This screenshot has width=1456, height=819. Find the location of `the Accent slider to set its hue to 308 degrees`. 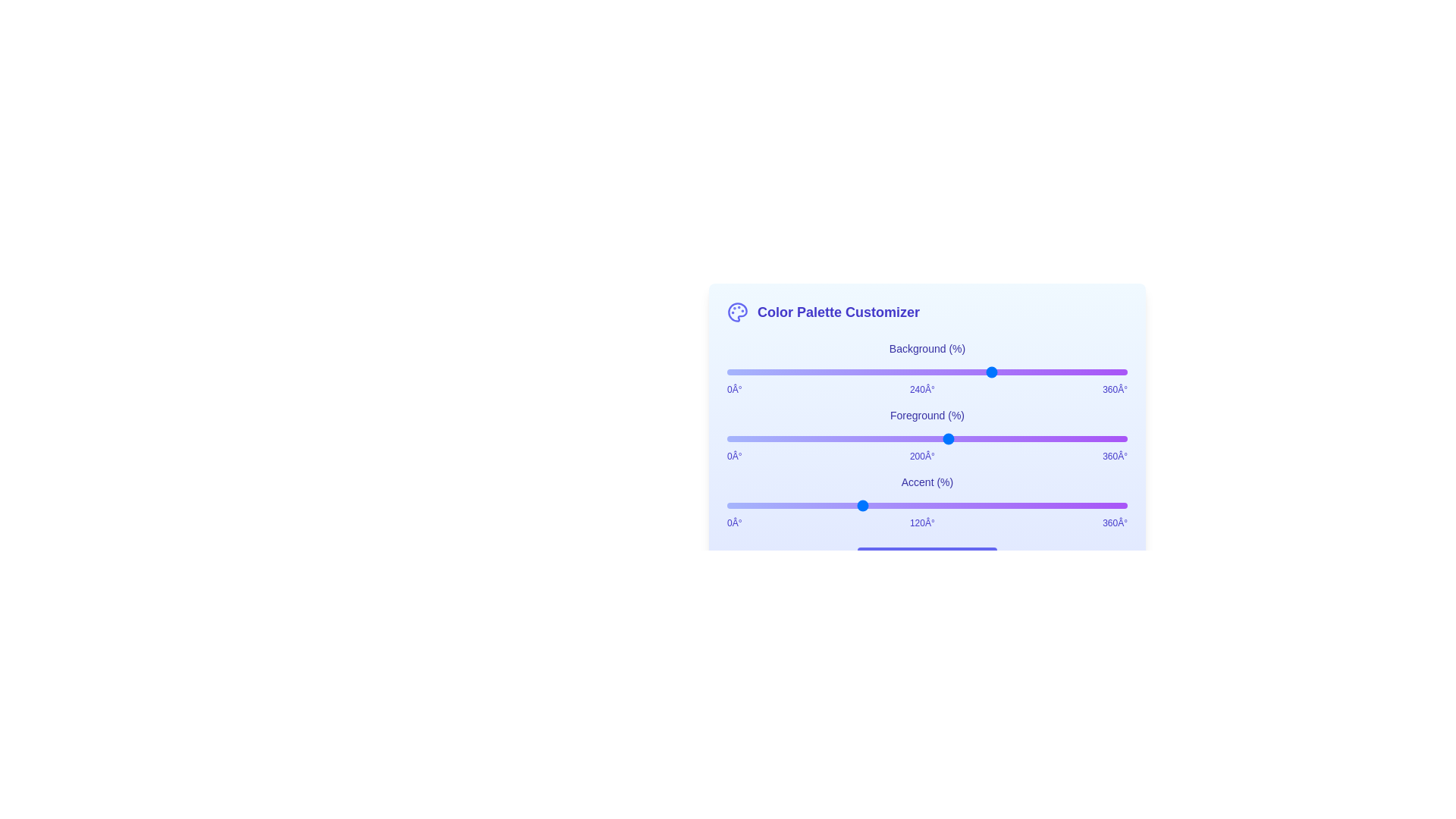

the Accent slider to set its hue to 308 degrees is located at coordinates (1068, 506).